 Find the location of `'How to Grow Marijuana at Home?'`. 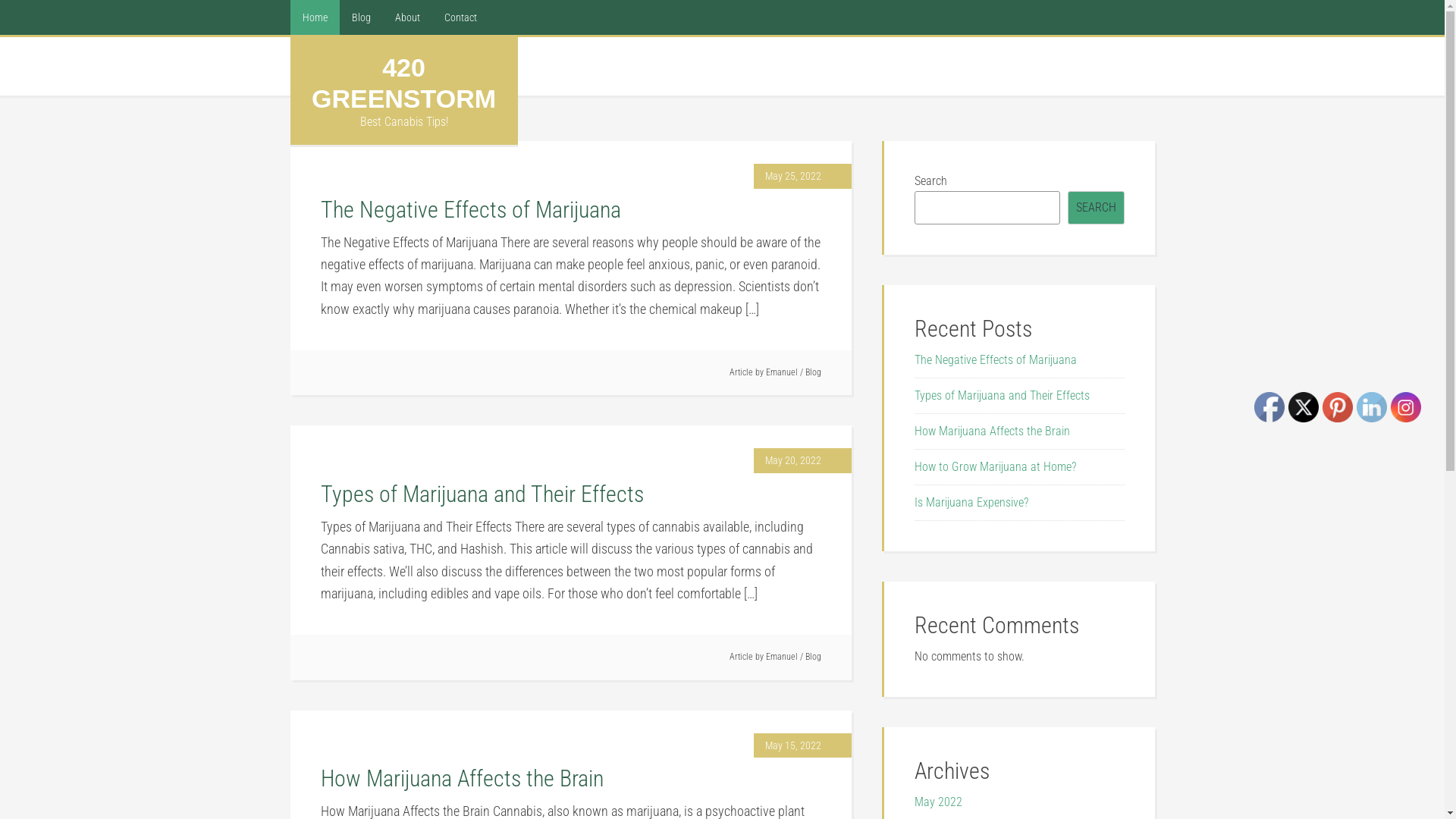

'How to Grow Marijuana at Home?' is located at coordinates (995, 466).